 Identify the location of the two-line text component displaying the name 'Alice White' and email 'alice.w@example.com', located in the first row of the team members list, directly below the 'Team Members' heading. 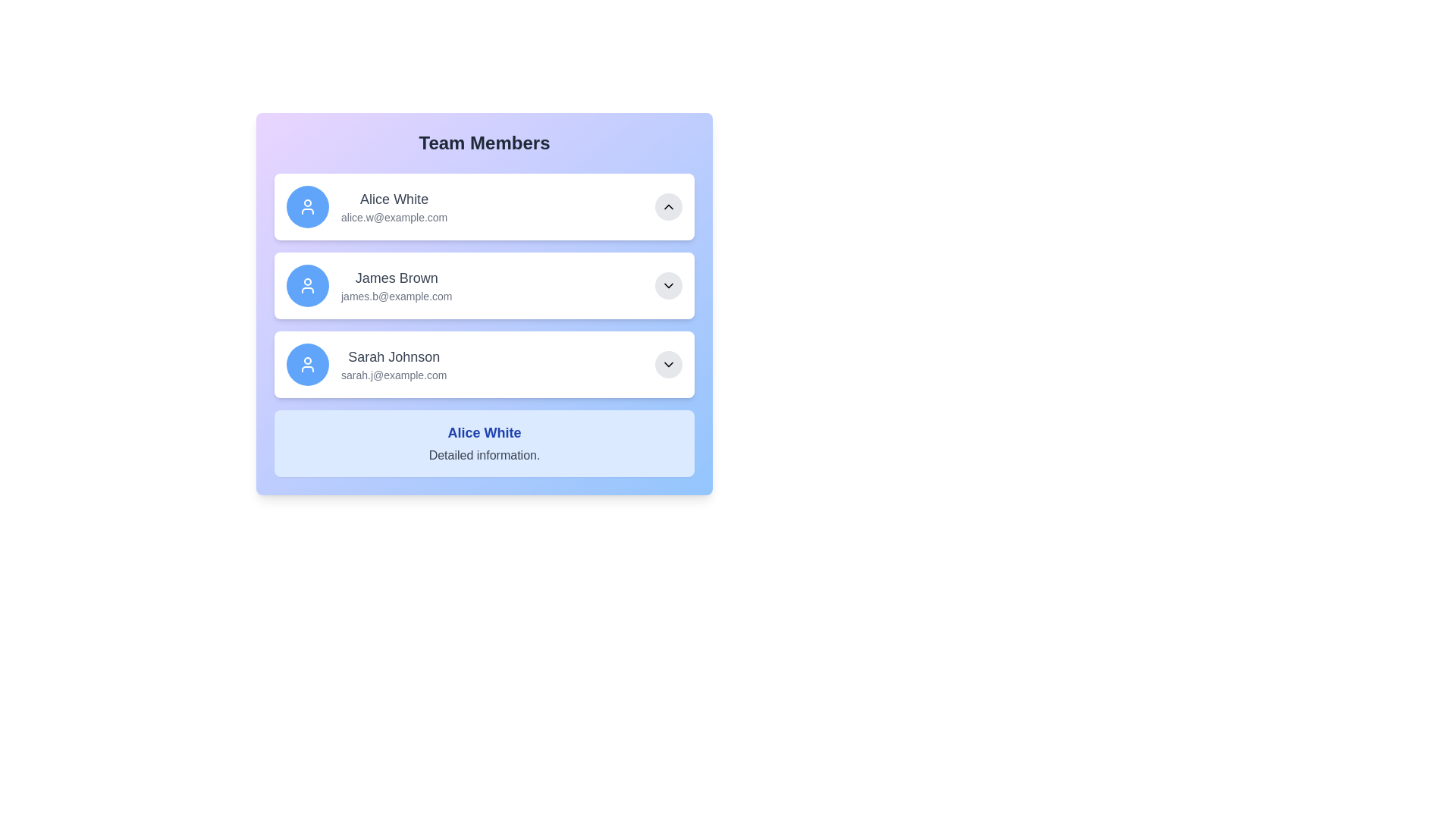
(394, 207).